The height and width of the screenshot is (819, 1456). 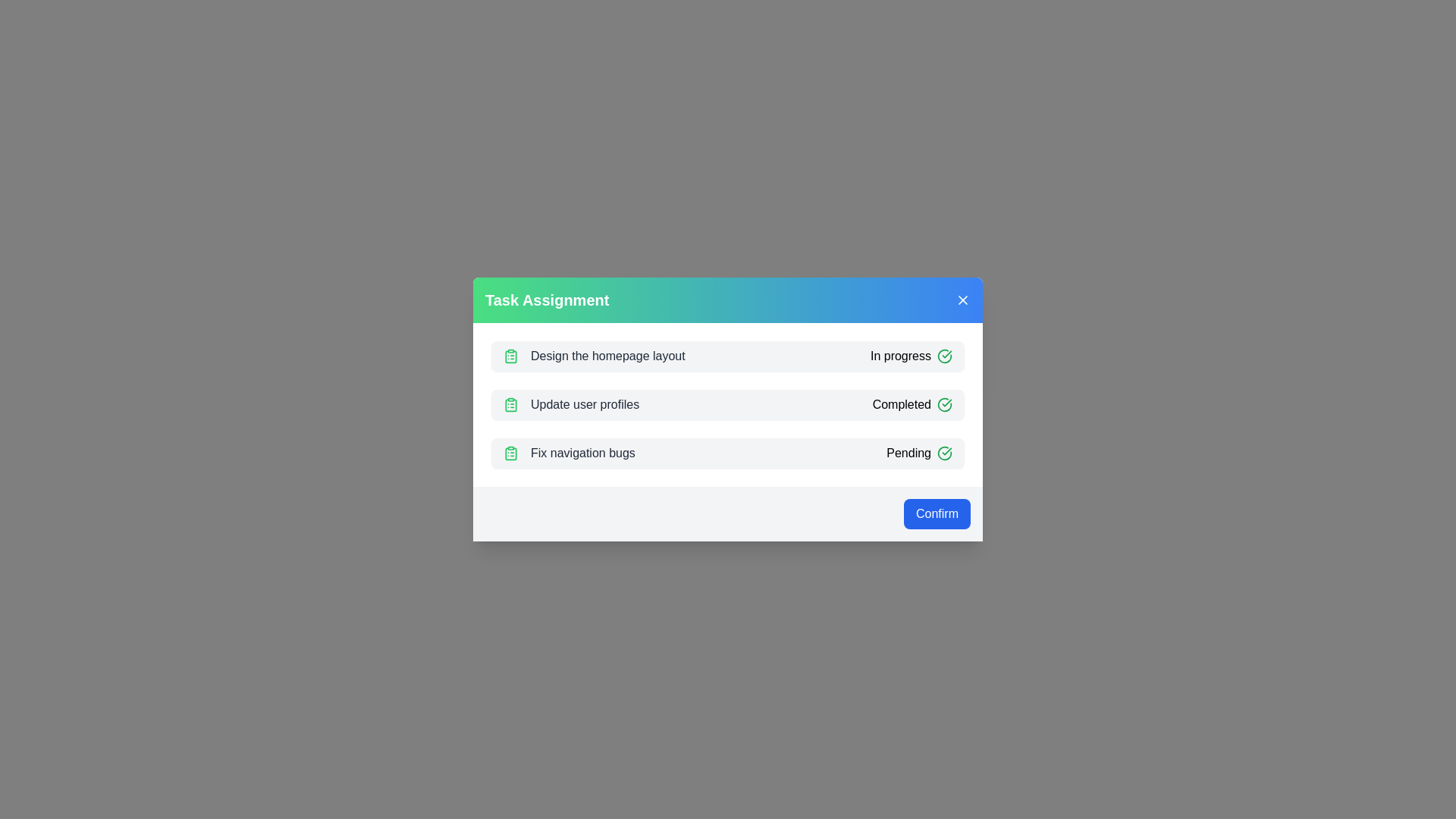 I want to click on the status text label indicating the completion status of the 'Update user profiles' task, so click(x=912, y=403).